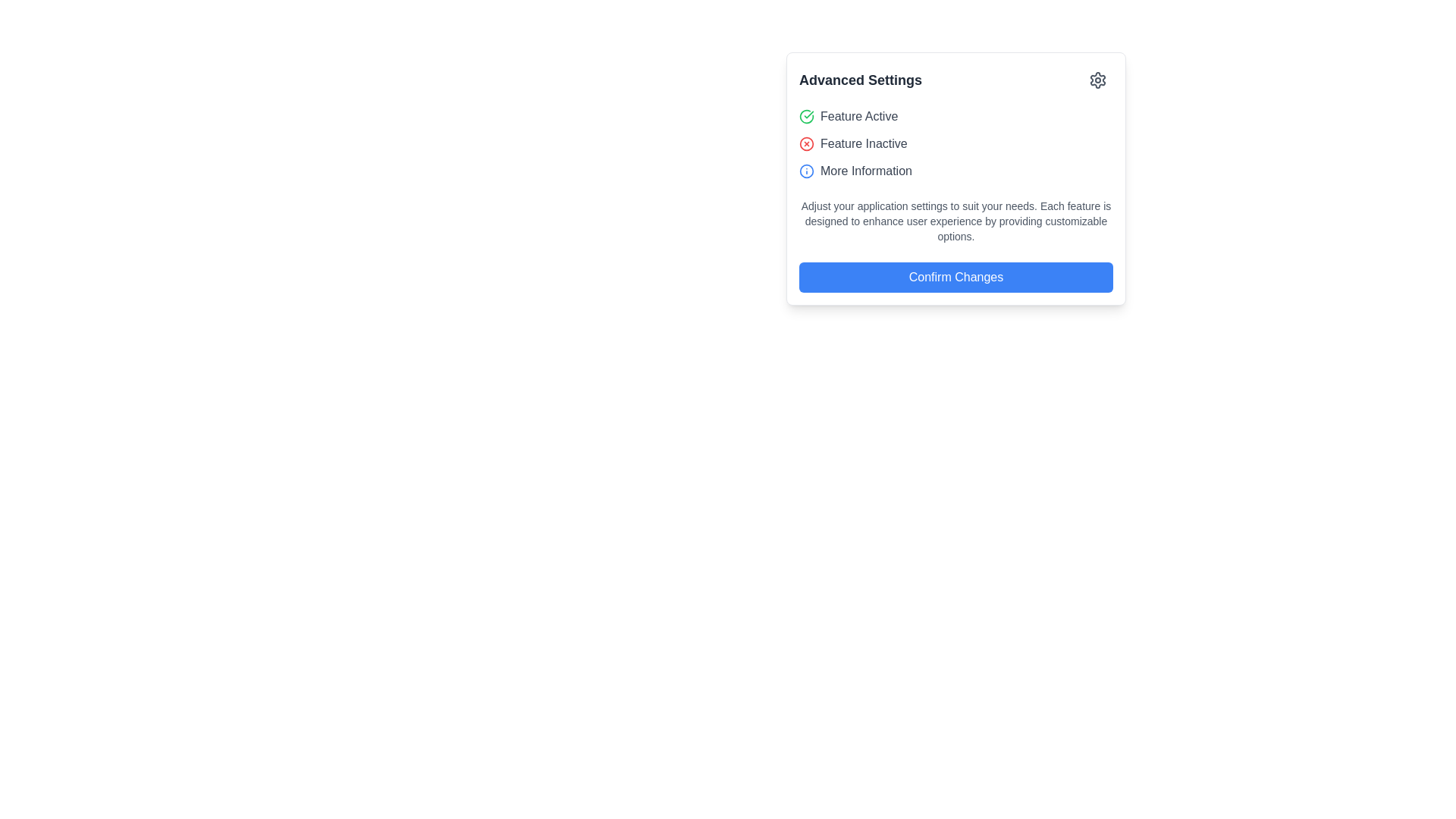  What do you see at coordinates (955, 171) in the screenshot?
I see `the third item in the vertical list of options titled 'Advanced Settings'` at bounding box center [955, 171].